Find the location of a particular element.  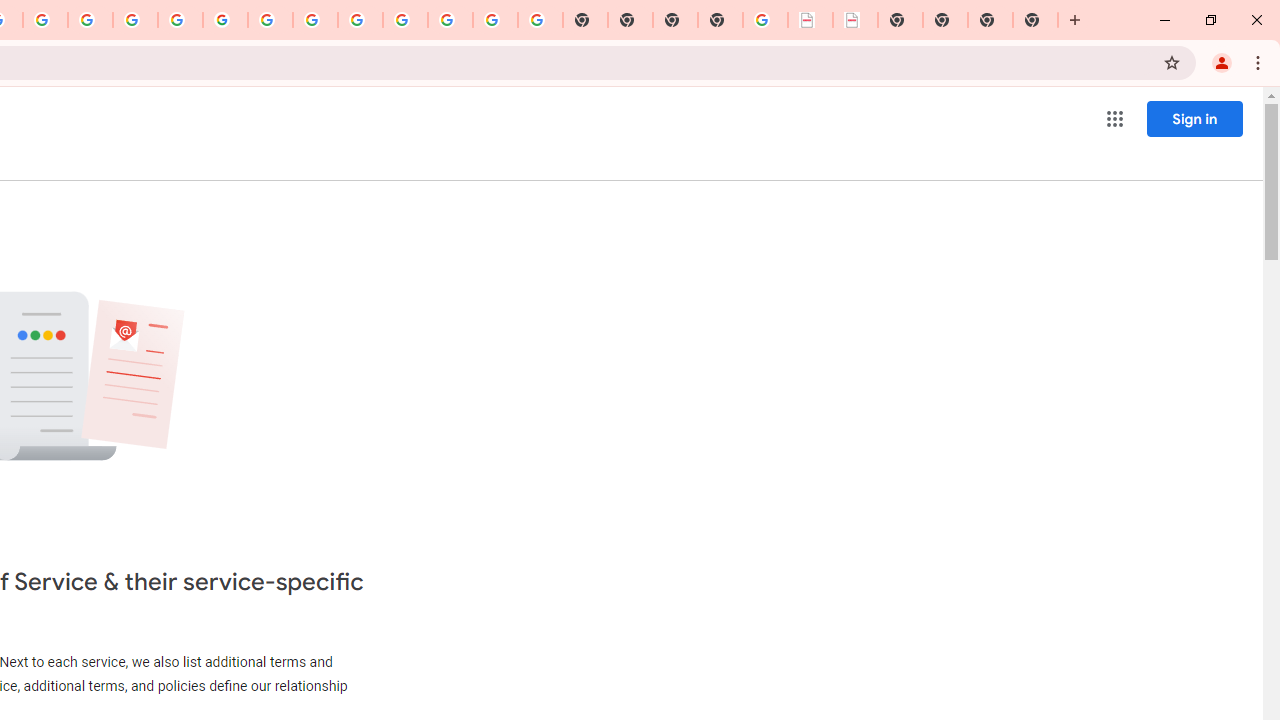

'Privacy Help Center - Policies Help' is located at coordinates (134, 20).